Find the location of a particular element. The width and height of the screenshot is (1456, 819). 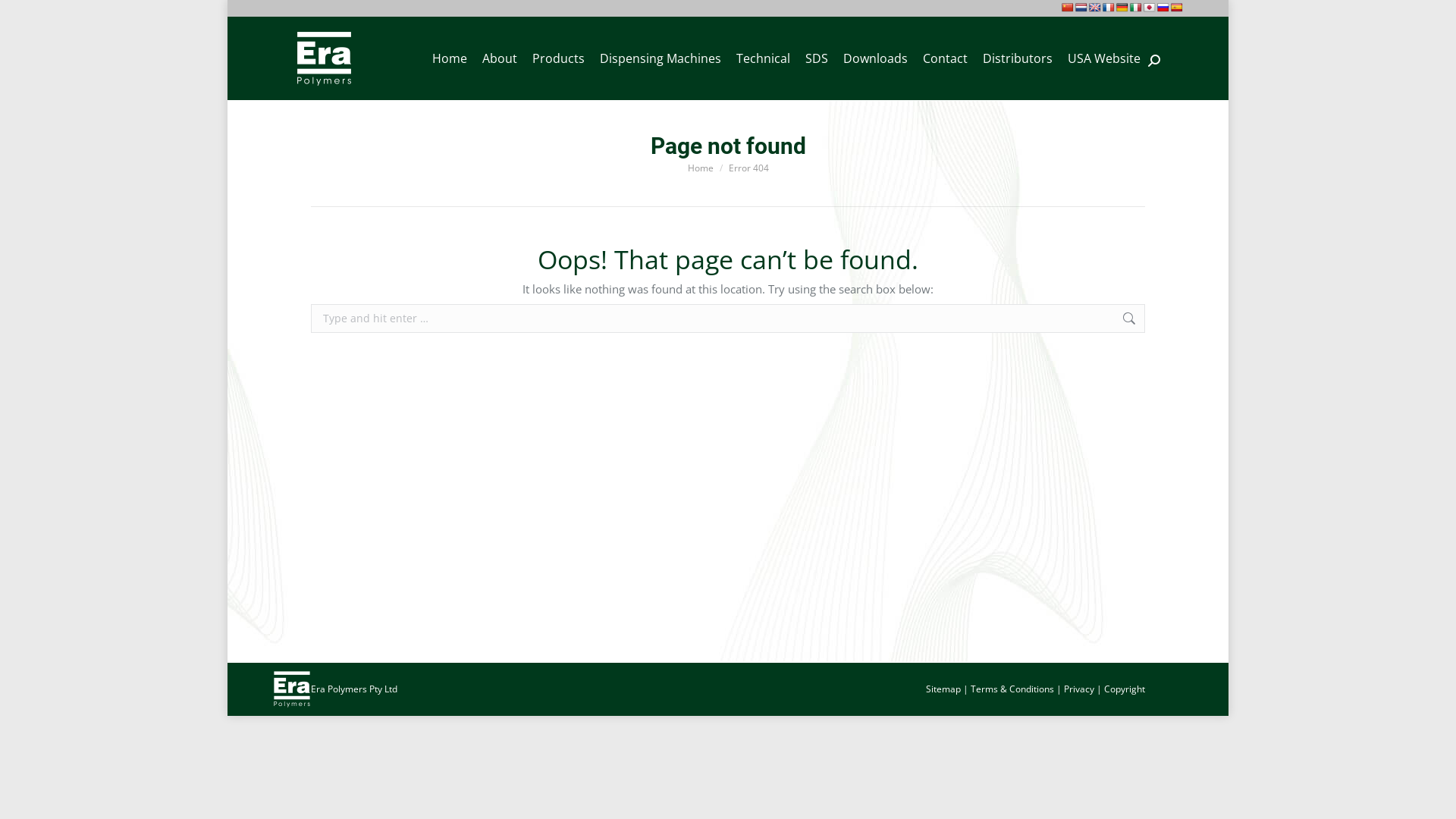

'Japanese' is located at coordinates (1150, 8).